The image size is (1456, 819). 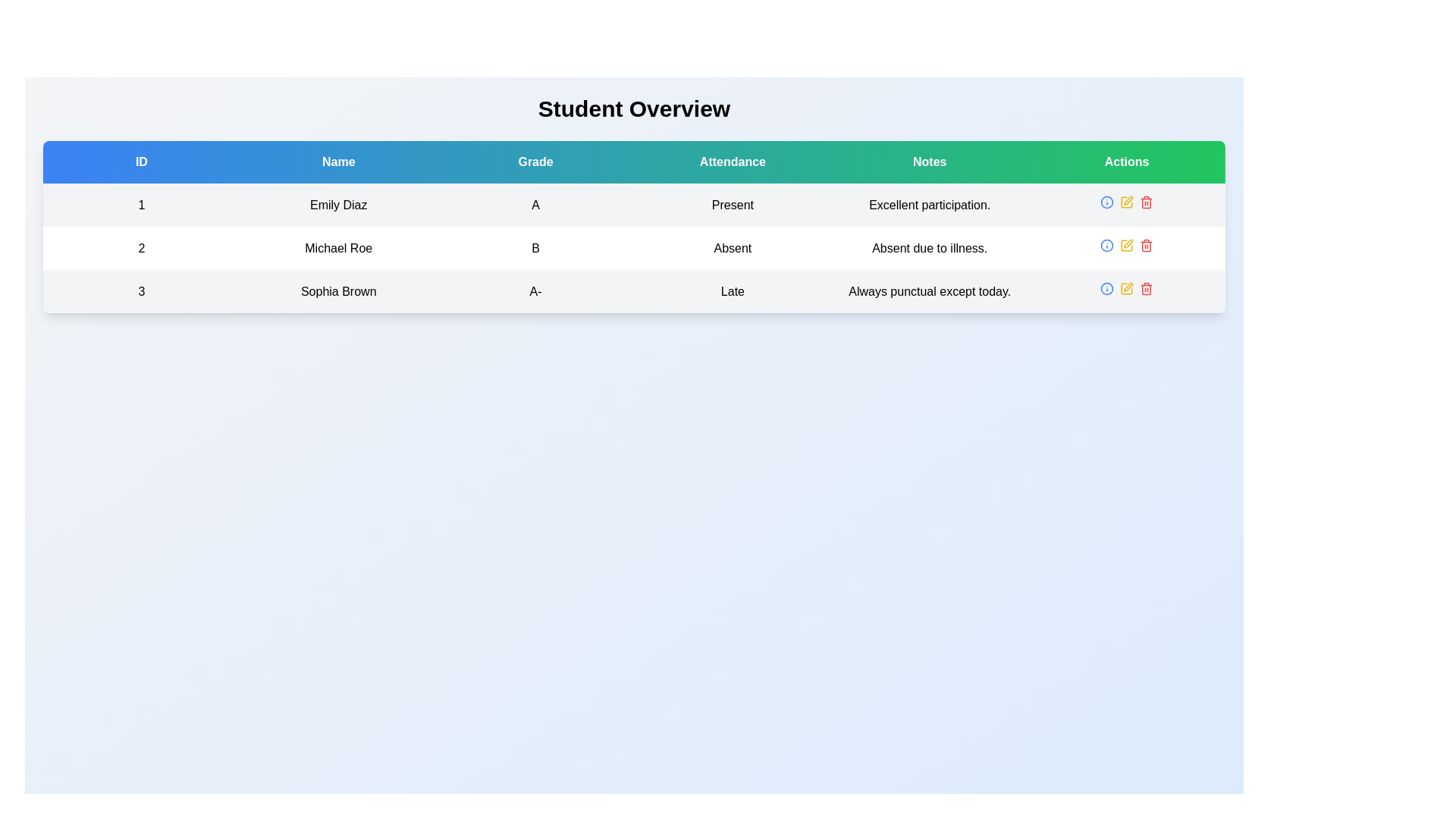 I want to click on the action button icon located in the 'Actions' column of the second row in the table to observe the hover styling effect, so click(x=1106, y=245).